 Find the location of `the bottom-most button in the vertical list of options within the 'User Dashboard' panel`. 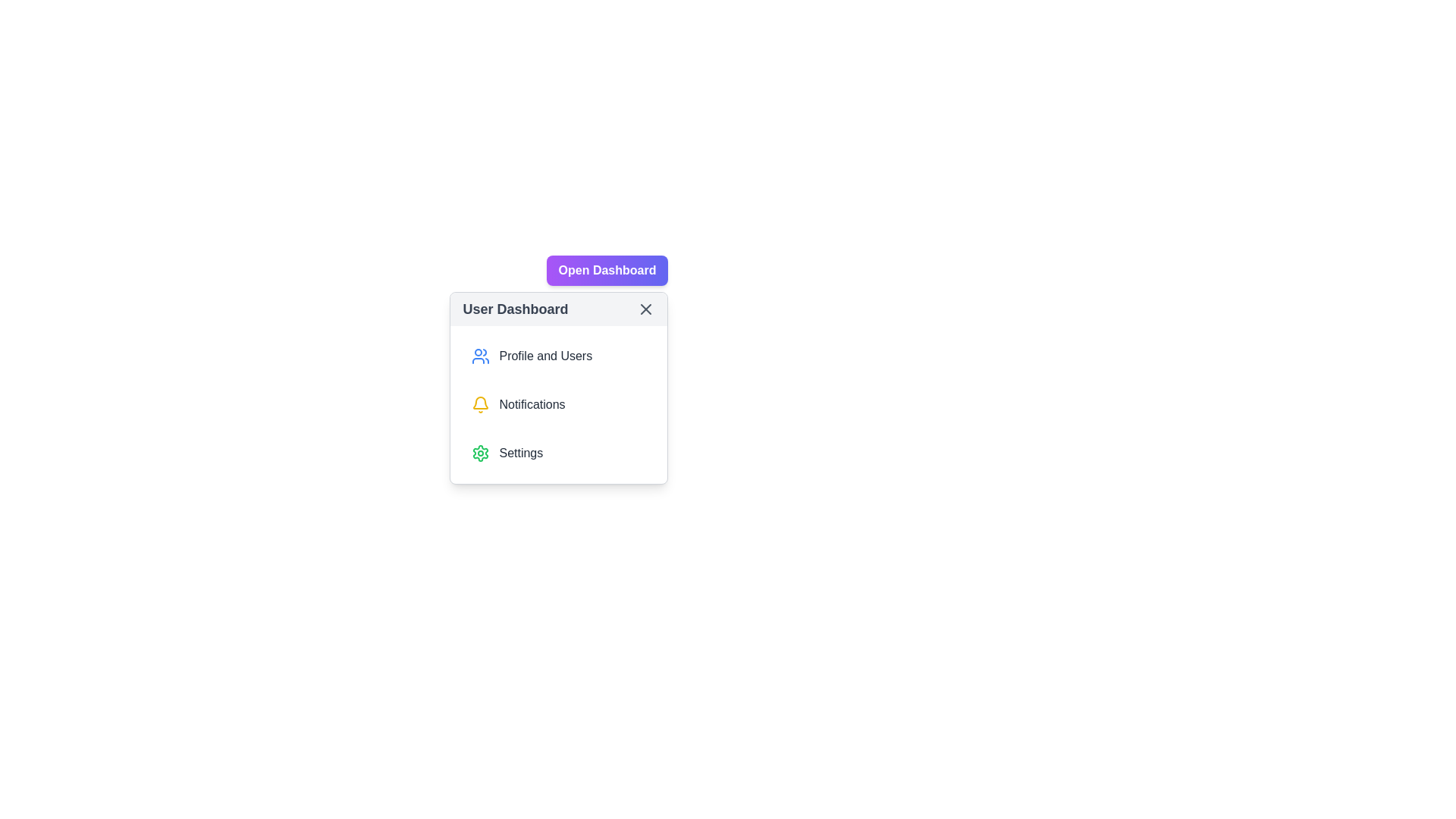

the bottom-most button in the vertical list of options within the 'User Dashboard' panel is located at coordinates (558, 452).